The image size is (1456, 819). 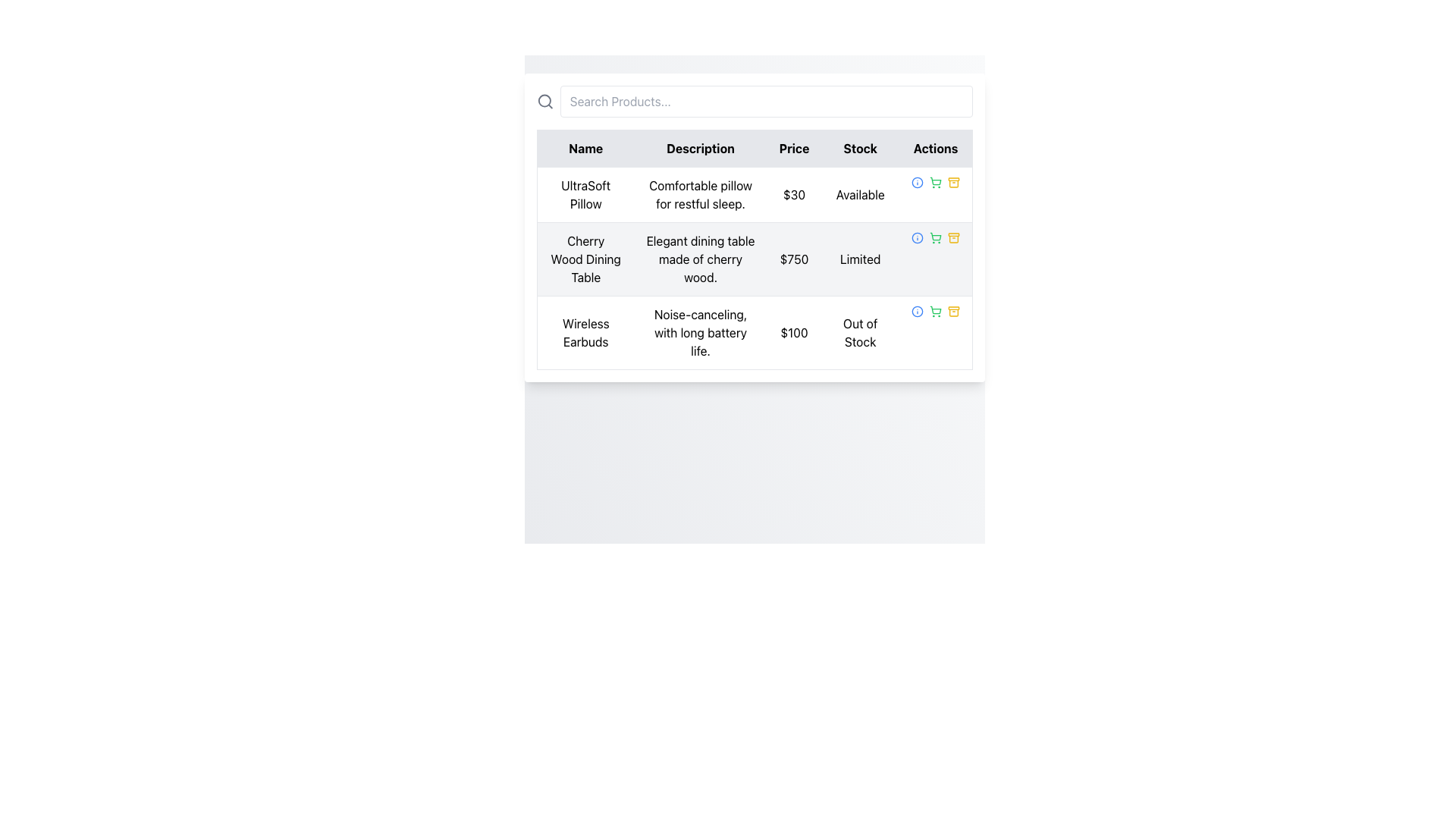 What do you see at coordinates (860, 259) in the screenshot?
I see `the text label displaying 'Limited' in black font located in the 'Stock' column of the second row for the 'Cherry Wood Dining Table' product entry` at bounding box center [860, 259].